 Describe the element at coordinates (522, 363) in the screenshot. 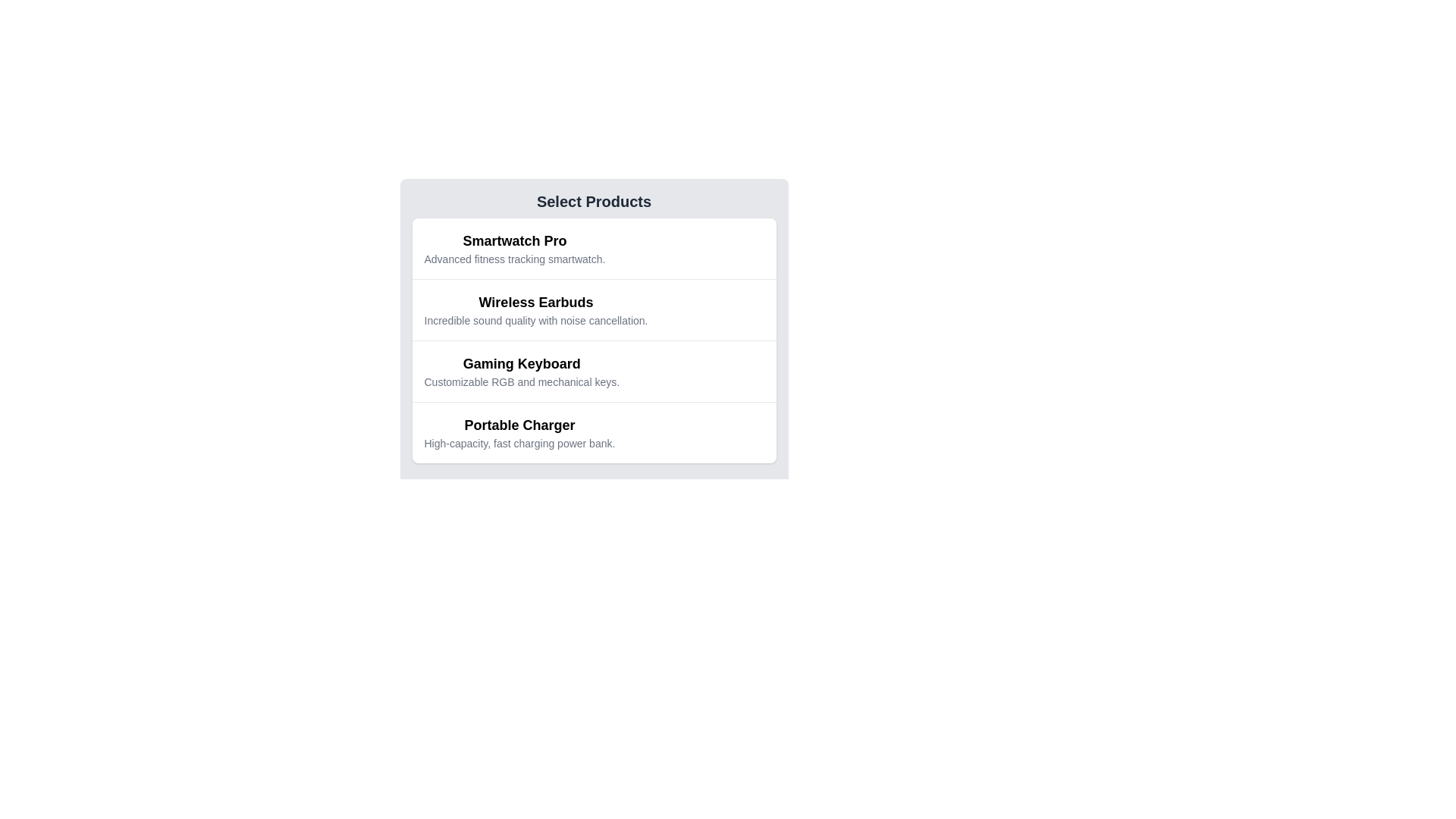

I see `the 'Gaming Keyboard' text label, which serves as a product title in the interface, located in the third section below 'Wireless Earbuds'` at that location.